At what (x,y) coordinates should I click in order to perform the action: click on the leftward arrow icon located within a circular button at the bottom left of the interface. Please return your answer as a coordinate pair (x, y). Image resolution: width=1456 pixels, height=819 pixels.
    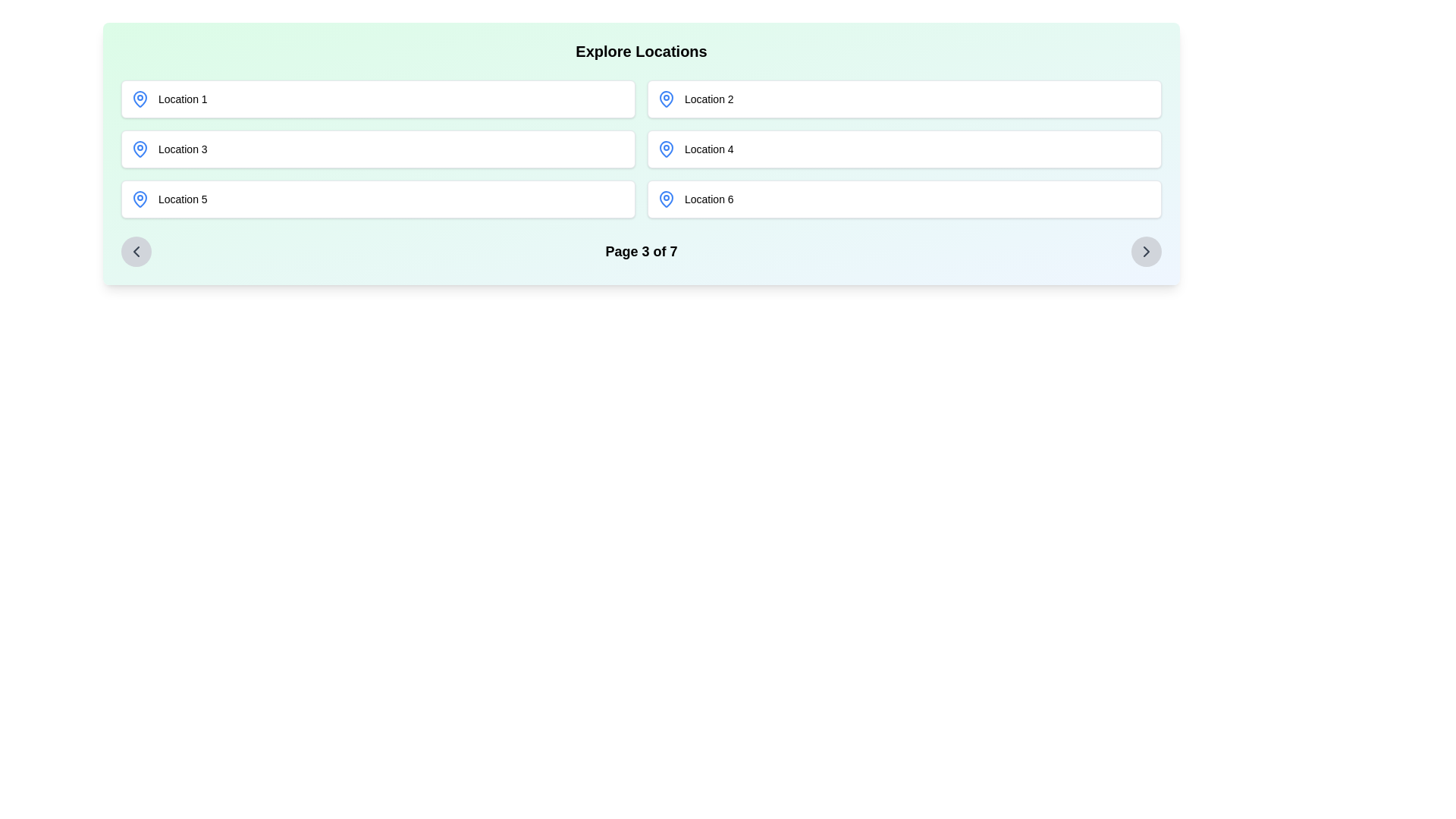
    Looking at the image, I should click on (136, 250).